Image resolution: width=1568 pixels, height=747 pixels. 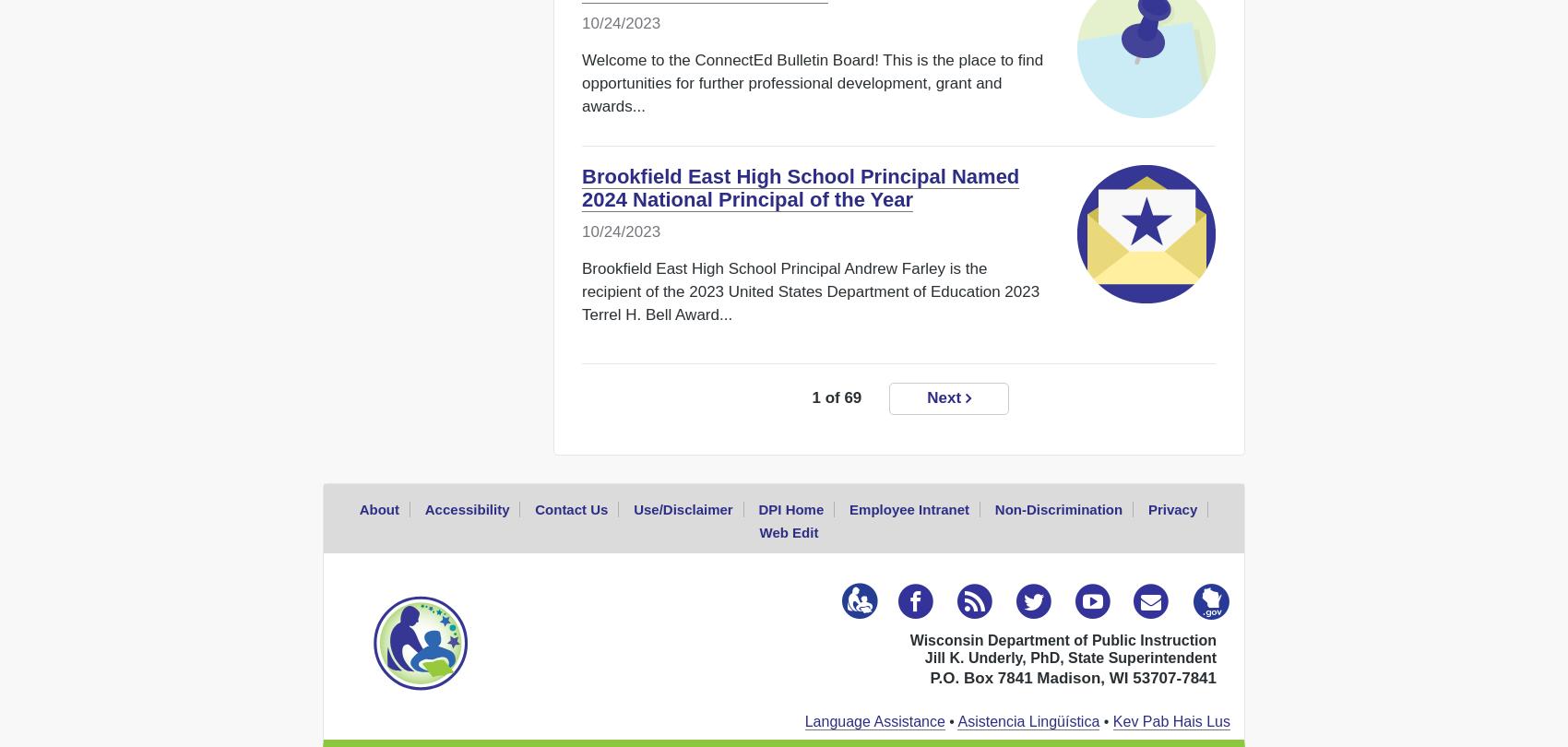 What do you see at coordinates (812, 83) in the screenshot?
I see `'Welcome to the ConnectEd Bulletin Board!

This is the place to find opportunities for further professional development, grant and awards...'` at bounding box center [812, 83].